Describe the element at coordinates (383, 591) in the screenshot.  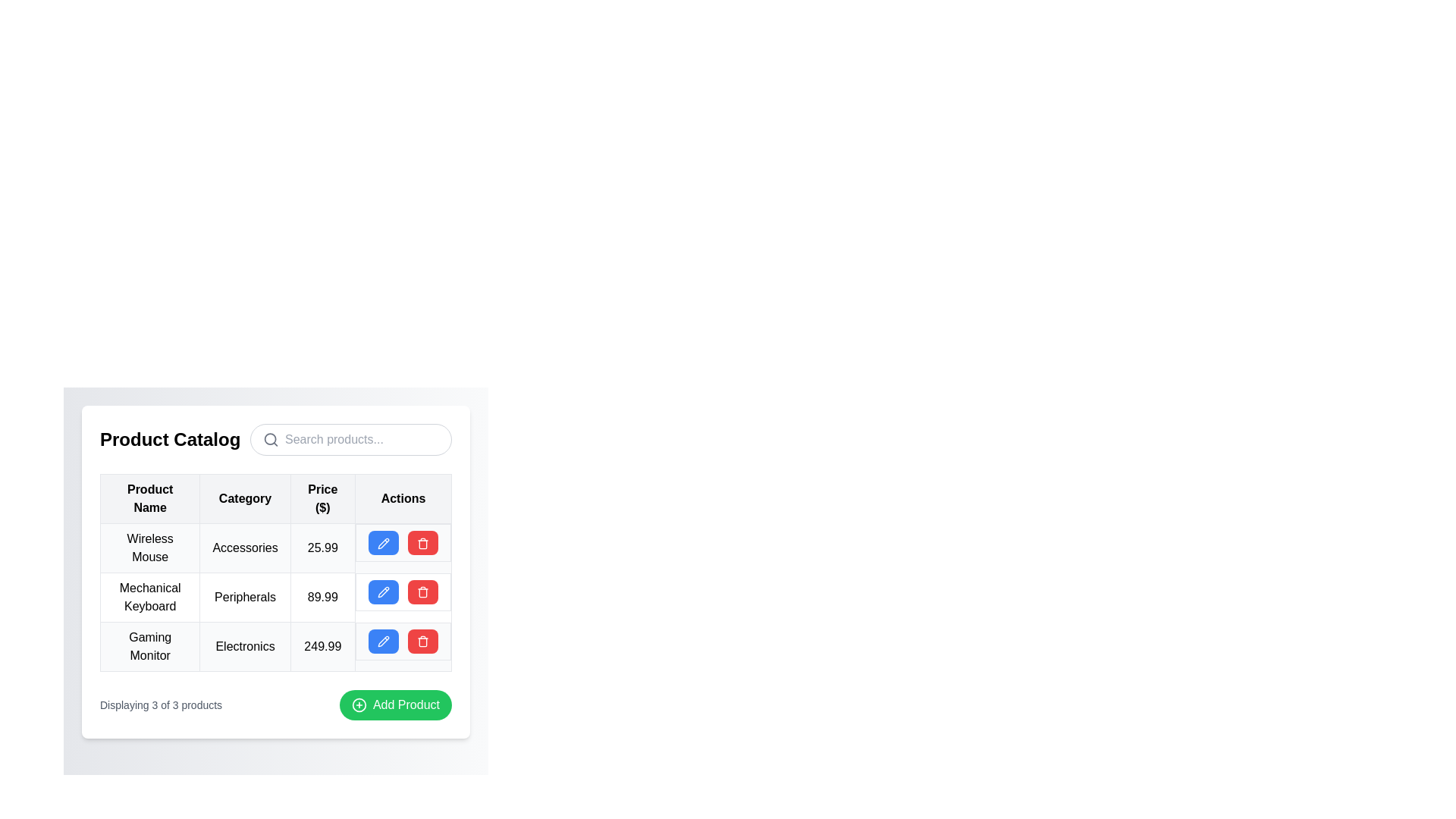
I see `the pencil icon inside the blue rounded button in the 'Actions' column of the Product Catalog table for the 'Mechanical Keyboard' product` at that location.